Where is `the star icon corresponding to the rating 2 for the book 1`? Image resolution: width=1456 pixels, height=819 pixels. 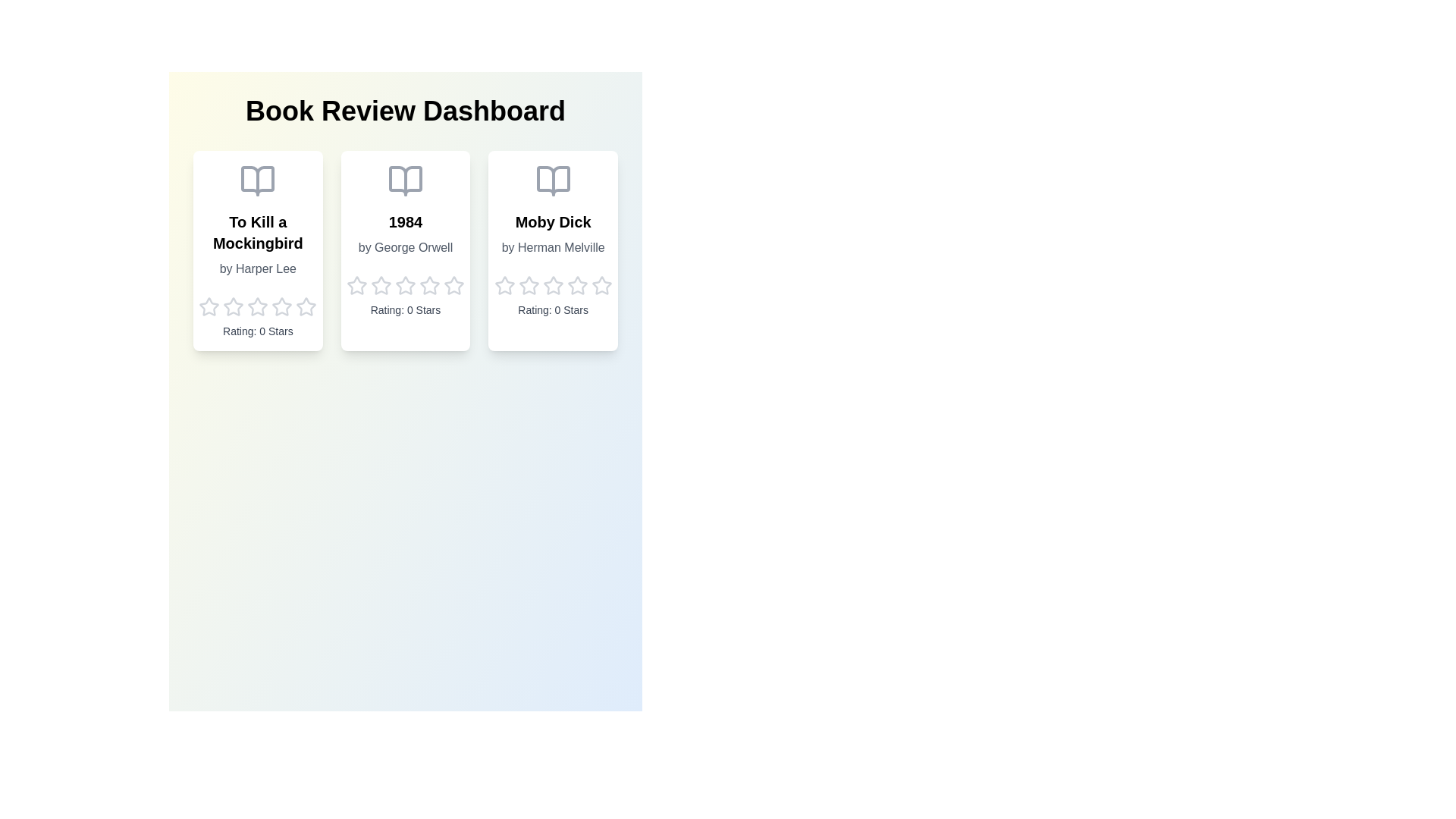
the star icon corresponding to the rating 2 for the book 1 is located at coordinates (232, 307).